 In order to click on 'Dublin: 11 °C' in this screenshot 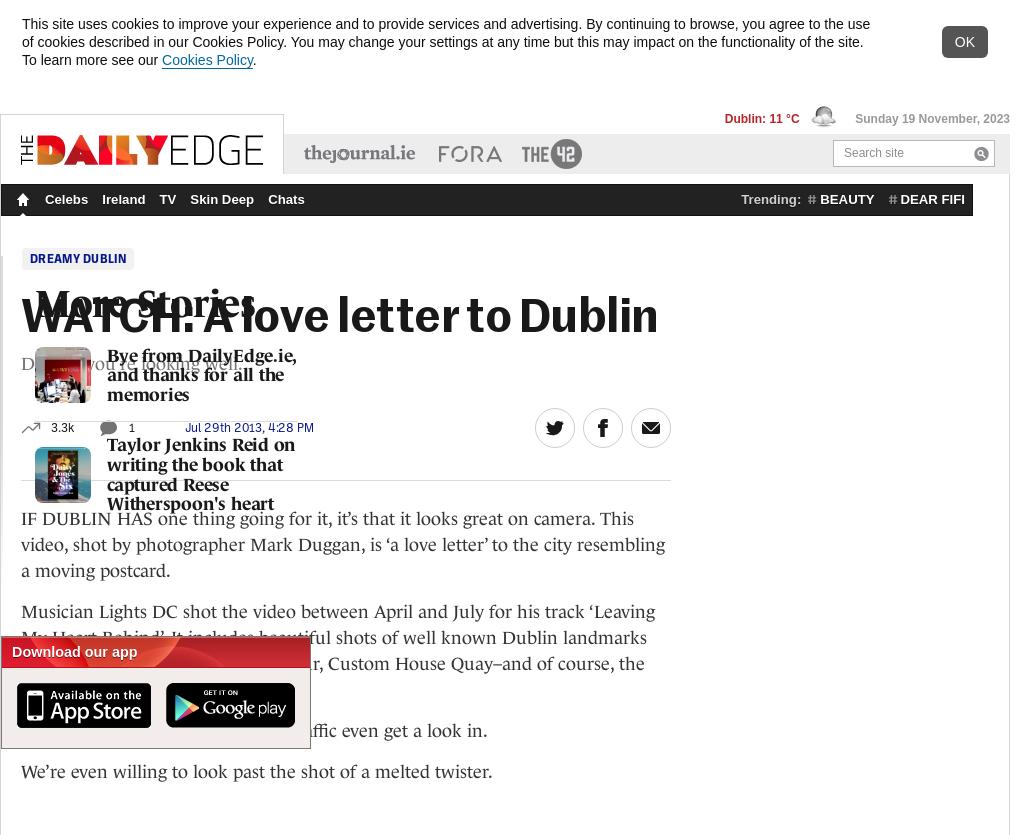, I will do `click(762, 117)`.